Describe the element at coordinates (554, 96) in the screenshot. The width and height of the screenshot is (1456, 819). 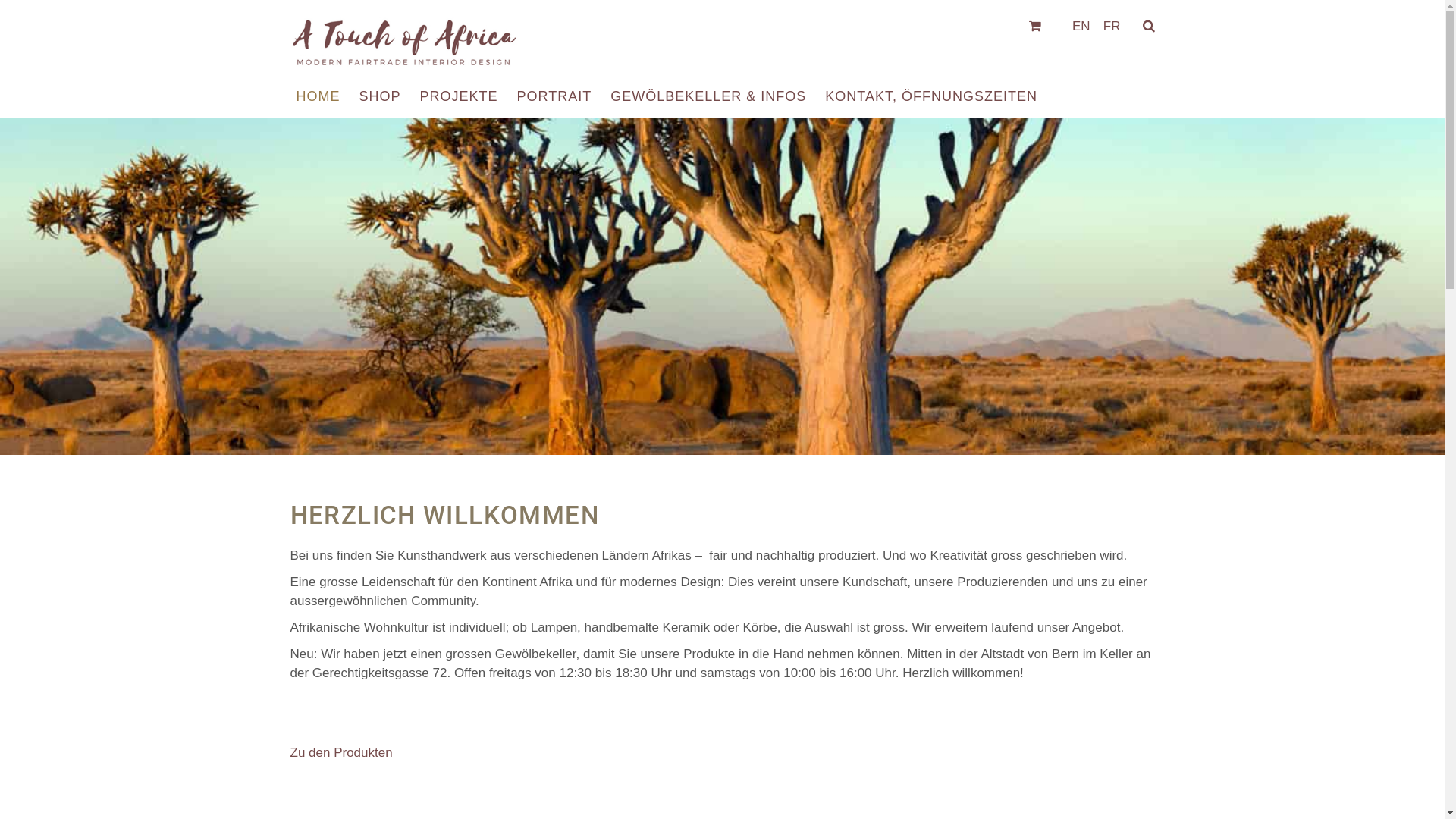
I see `'PORTRAIT'` at that location.